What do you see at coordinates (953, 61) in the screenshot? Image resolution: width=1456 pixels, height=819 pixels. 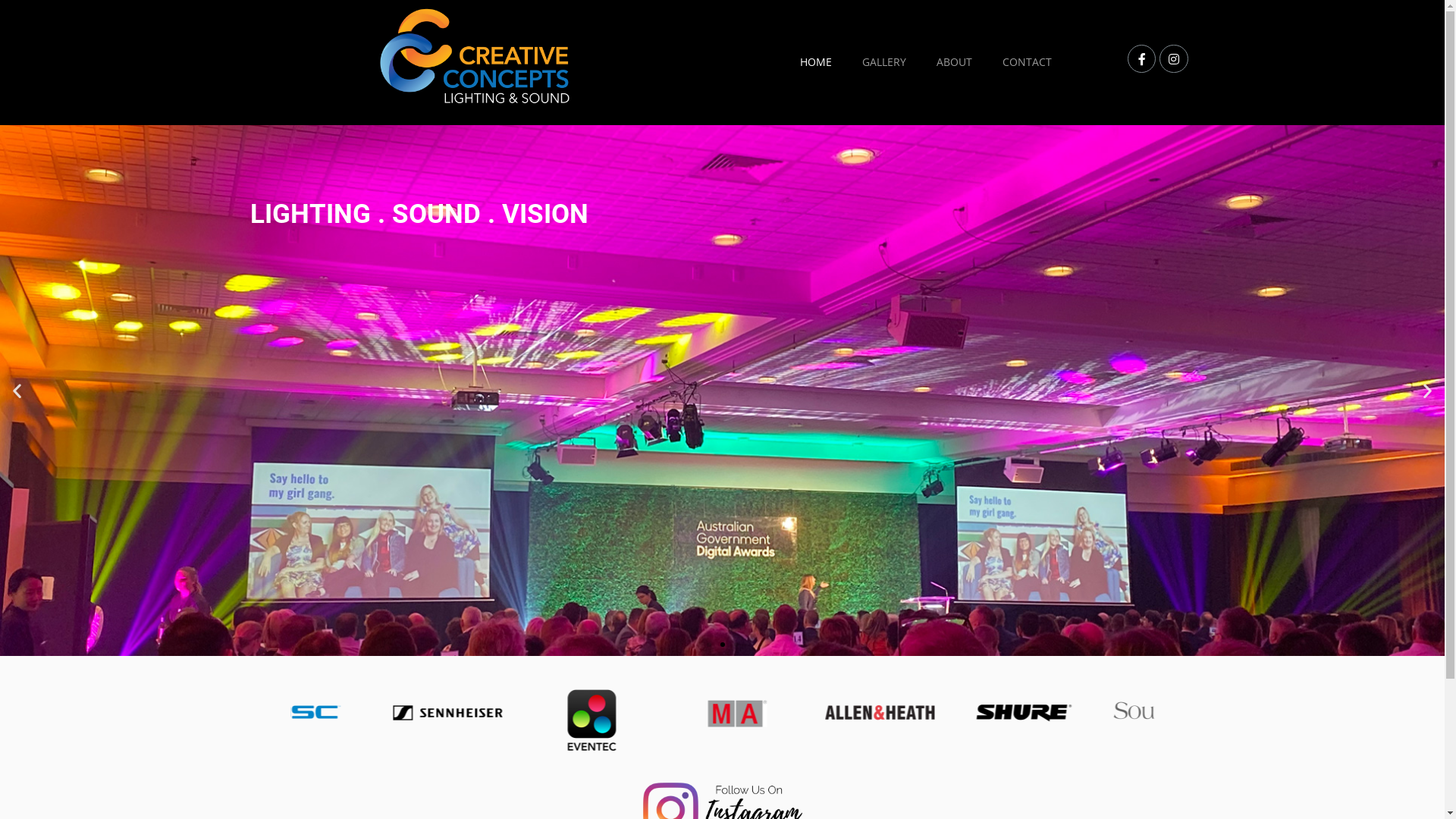 I see `'ABOUT'` at bounding box center [953, 61].